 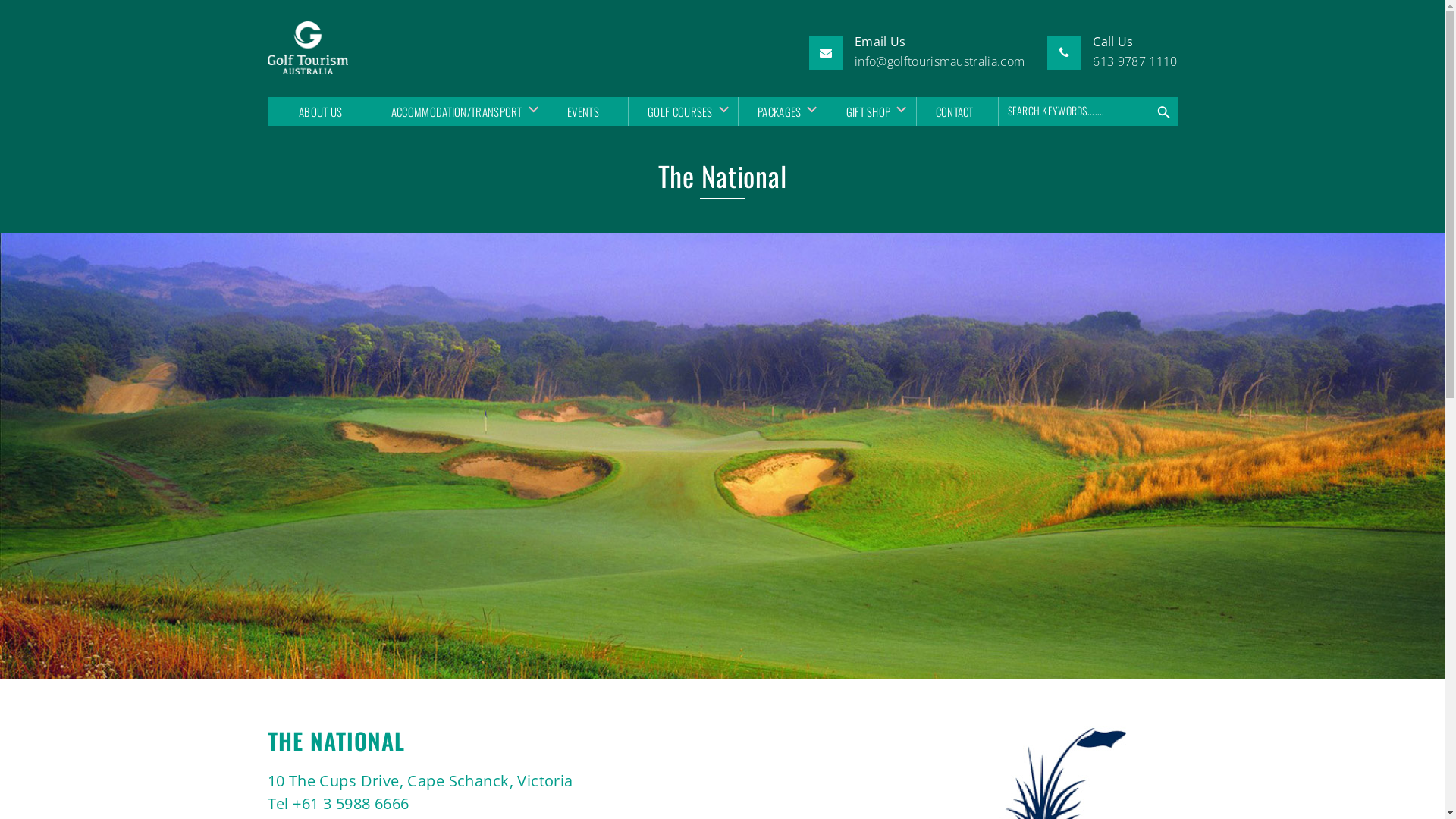 What do you see at coordinates (319, 110) in the screenshot?
I see `'ABOUT US'` at bounding box center [319, 110].